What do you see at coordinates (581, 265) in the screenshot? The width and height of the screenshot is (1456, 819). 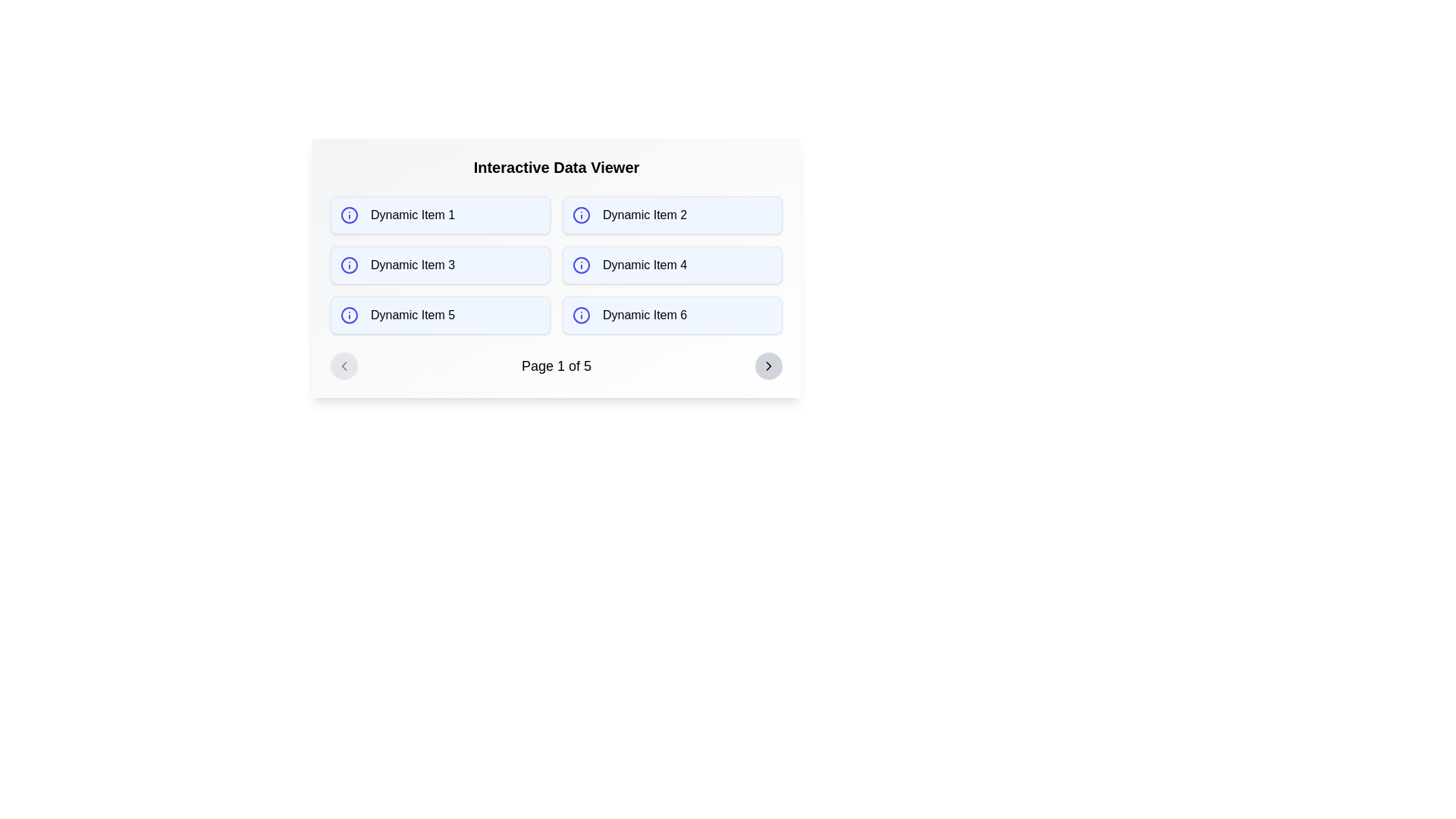 I see `the informational icon within the 'Dynamic Item 4' box` at bounding box center [581, 265].